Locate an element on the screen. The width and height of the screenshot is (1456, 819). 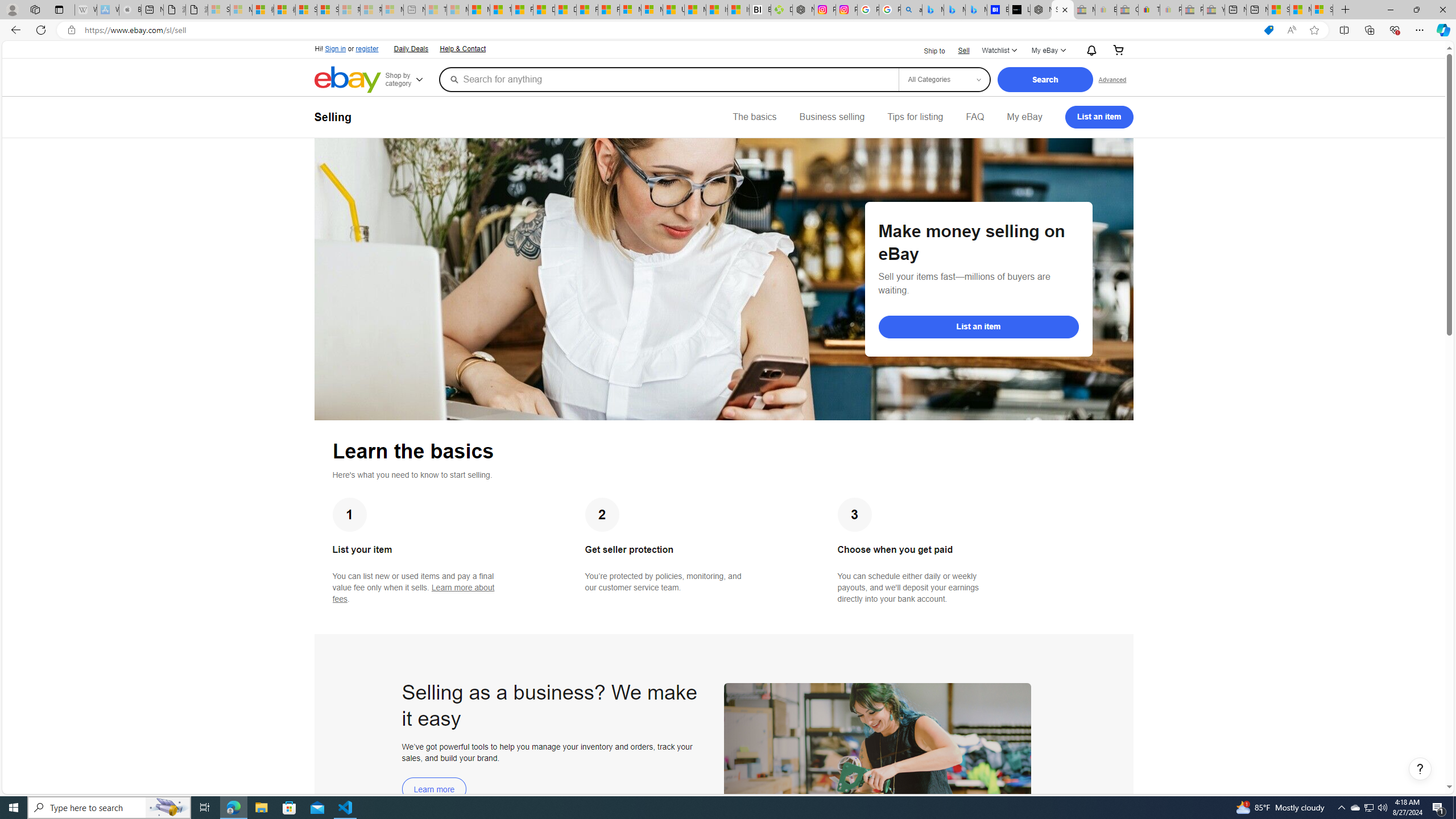
'Descarga Driver Updater' is located at coordinates (781, 9).